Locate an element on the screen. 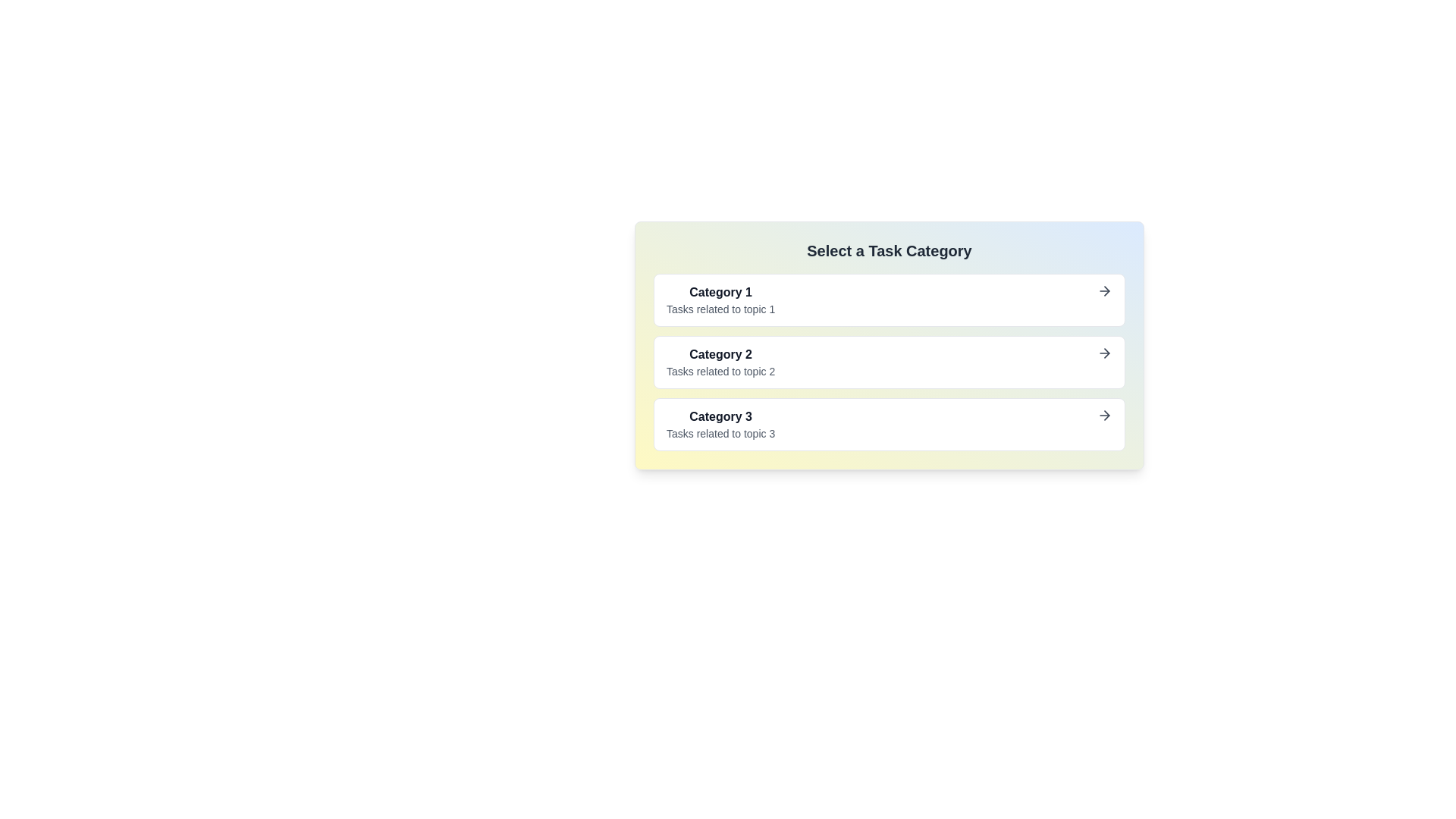 The height and width of the screenshot is (819, 1456). the arrow icon button located in the 'Category 2' option to change its color is located at coordinates (1105, 353).